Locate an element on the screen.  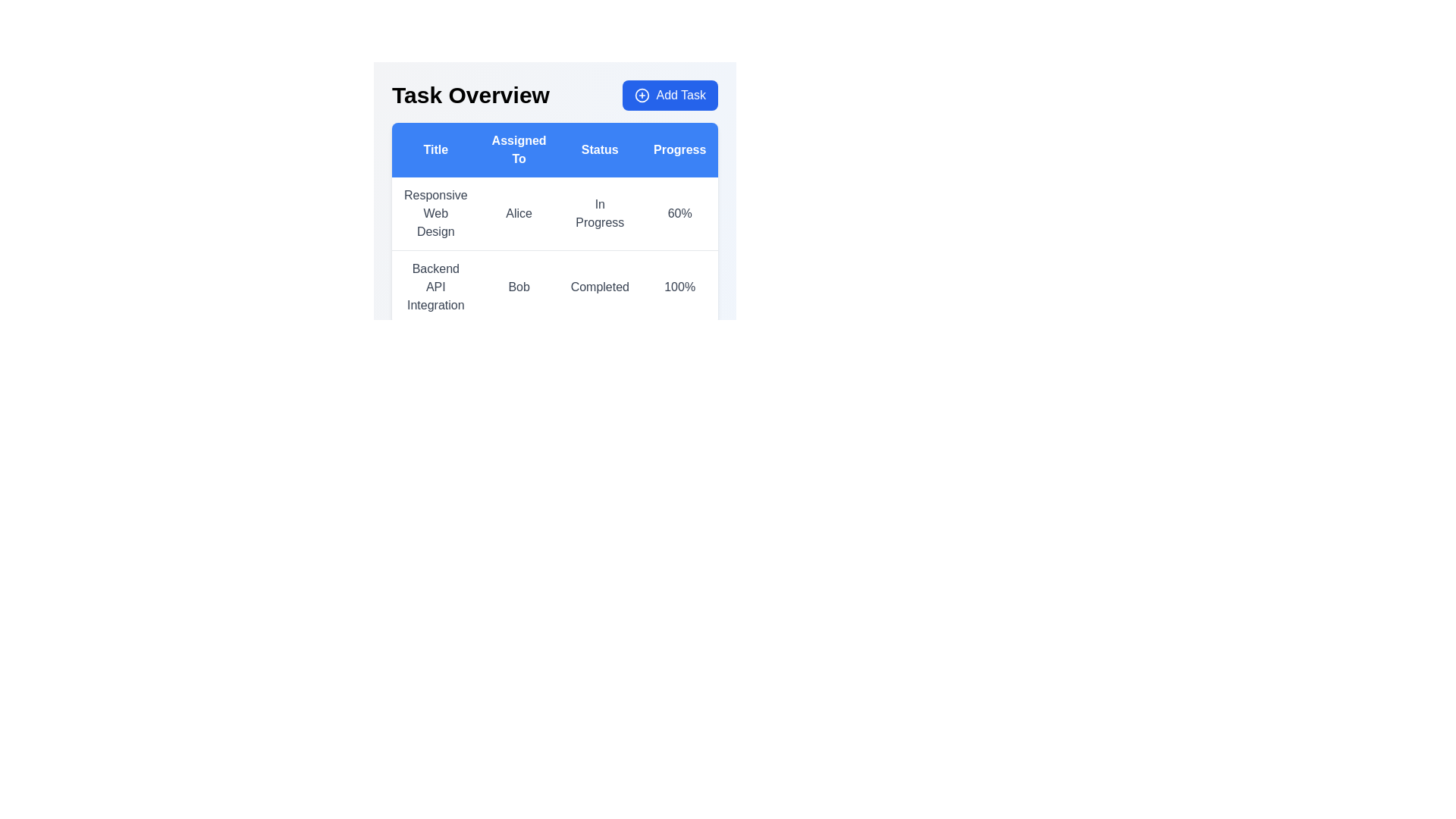
the text label representing 'Alice' assigned to the 'Responsive Web Design' task is located at coordinates (519, 214).